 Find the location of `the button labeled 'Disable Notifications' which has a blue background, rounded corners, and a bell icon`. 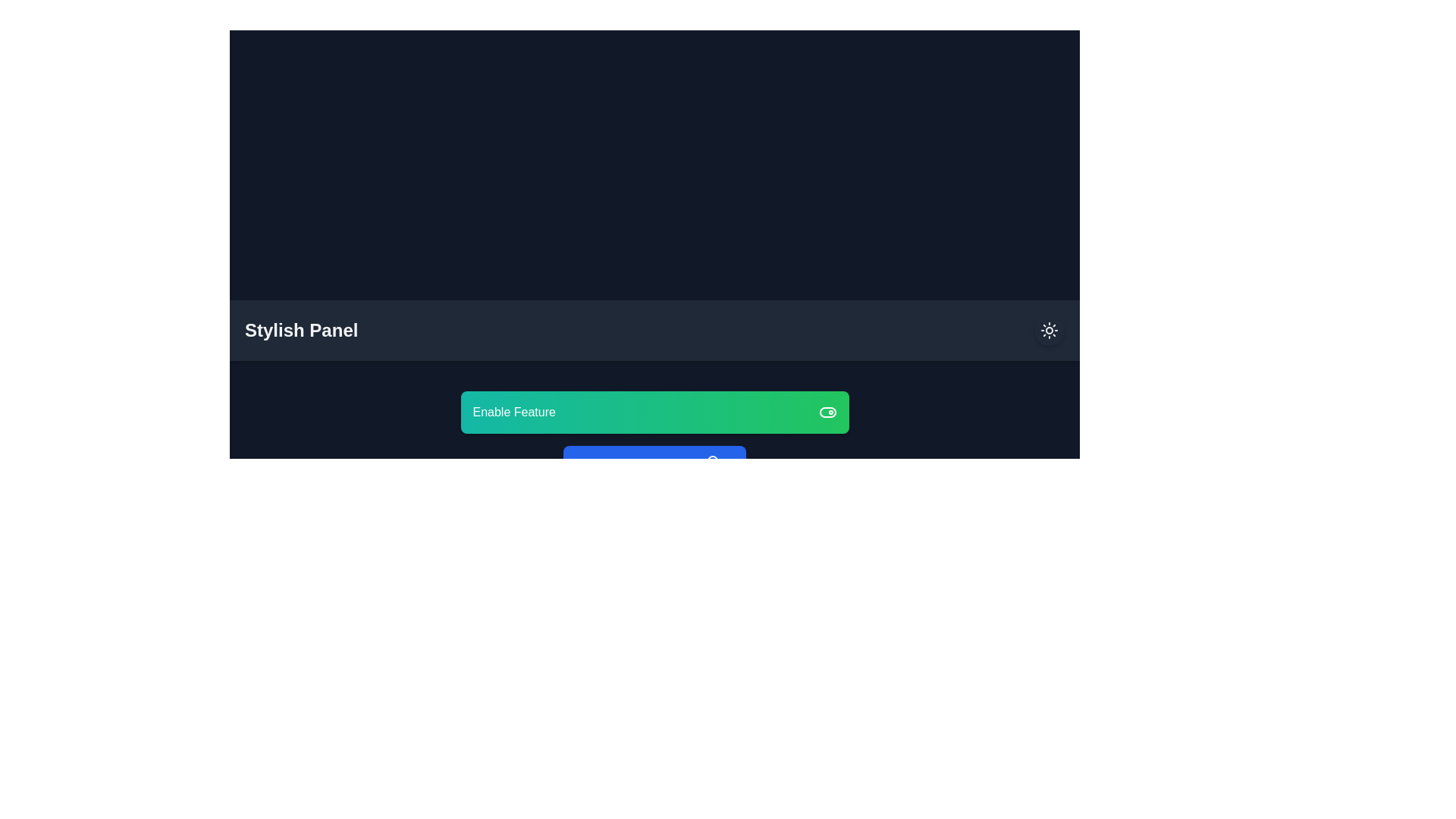

the button labeled 'Disable Notifications' which has a blue background, rounded corners, and a bell icon is located at coordinates (654, 463).